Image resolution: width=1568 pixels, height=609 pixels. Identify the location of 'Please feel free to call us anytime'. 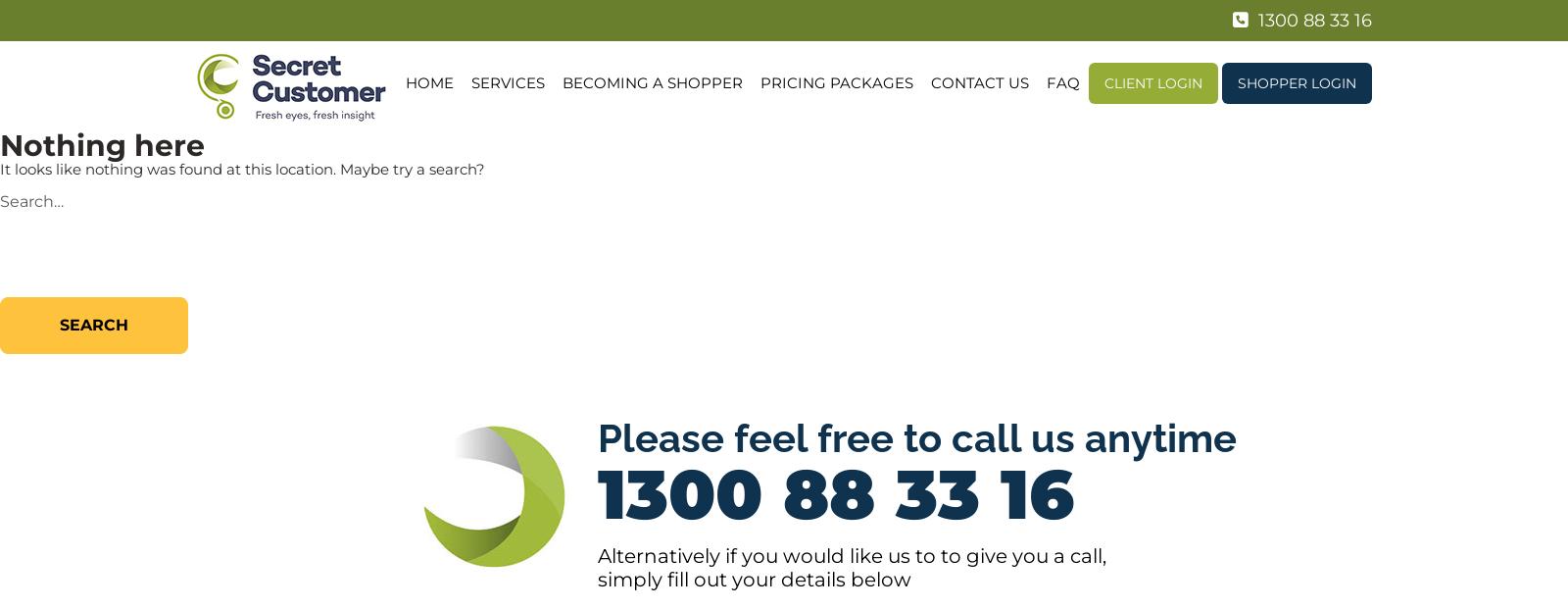
(916, 437).